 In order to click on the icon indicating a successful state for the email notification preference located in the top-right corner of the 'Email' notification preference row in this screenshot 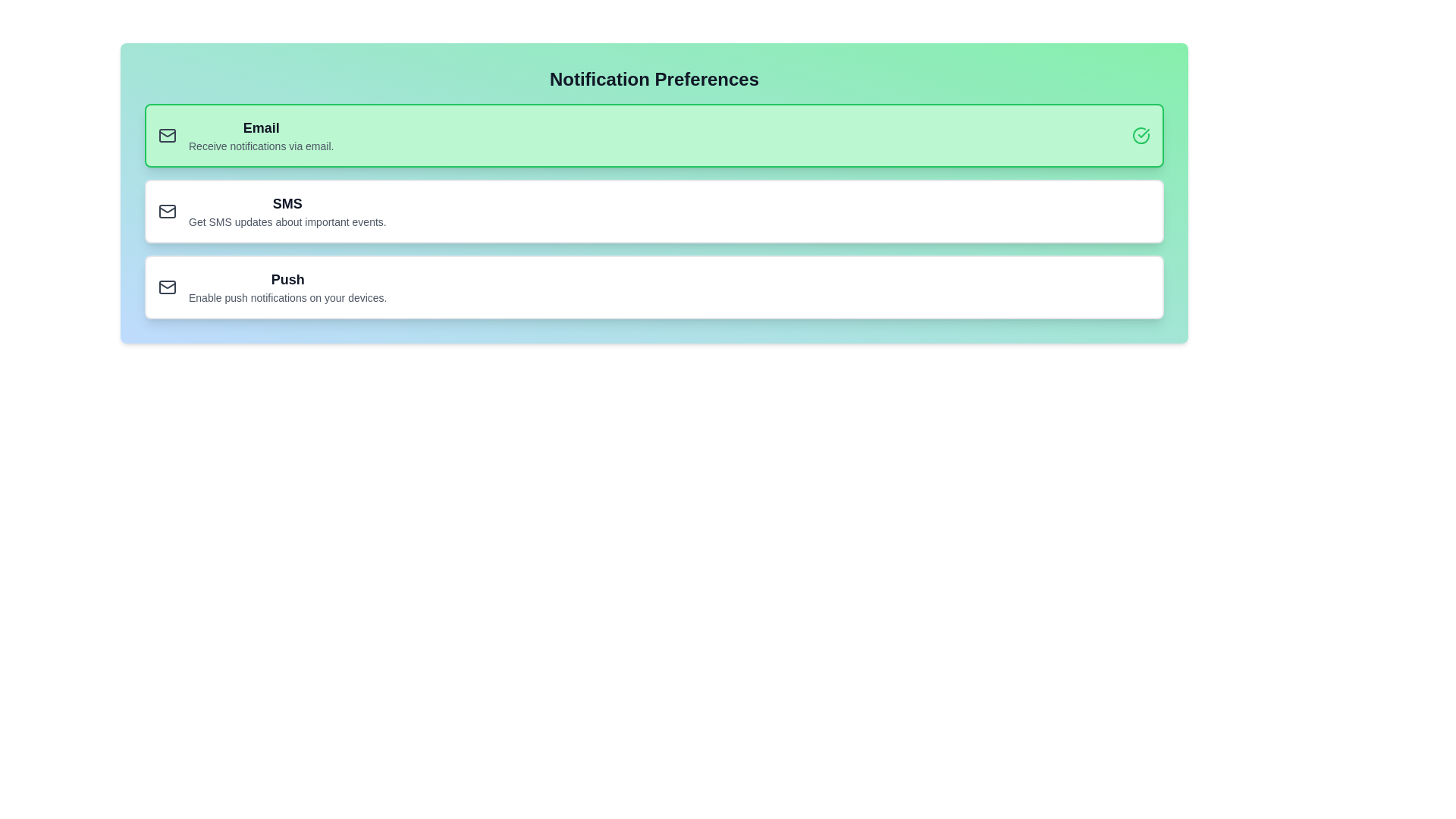, I will do `click(1141, 134)`.